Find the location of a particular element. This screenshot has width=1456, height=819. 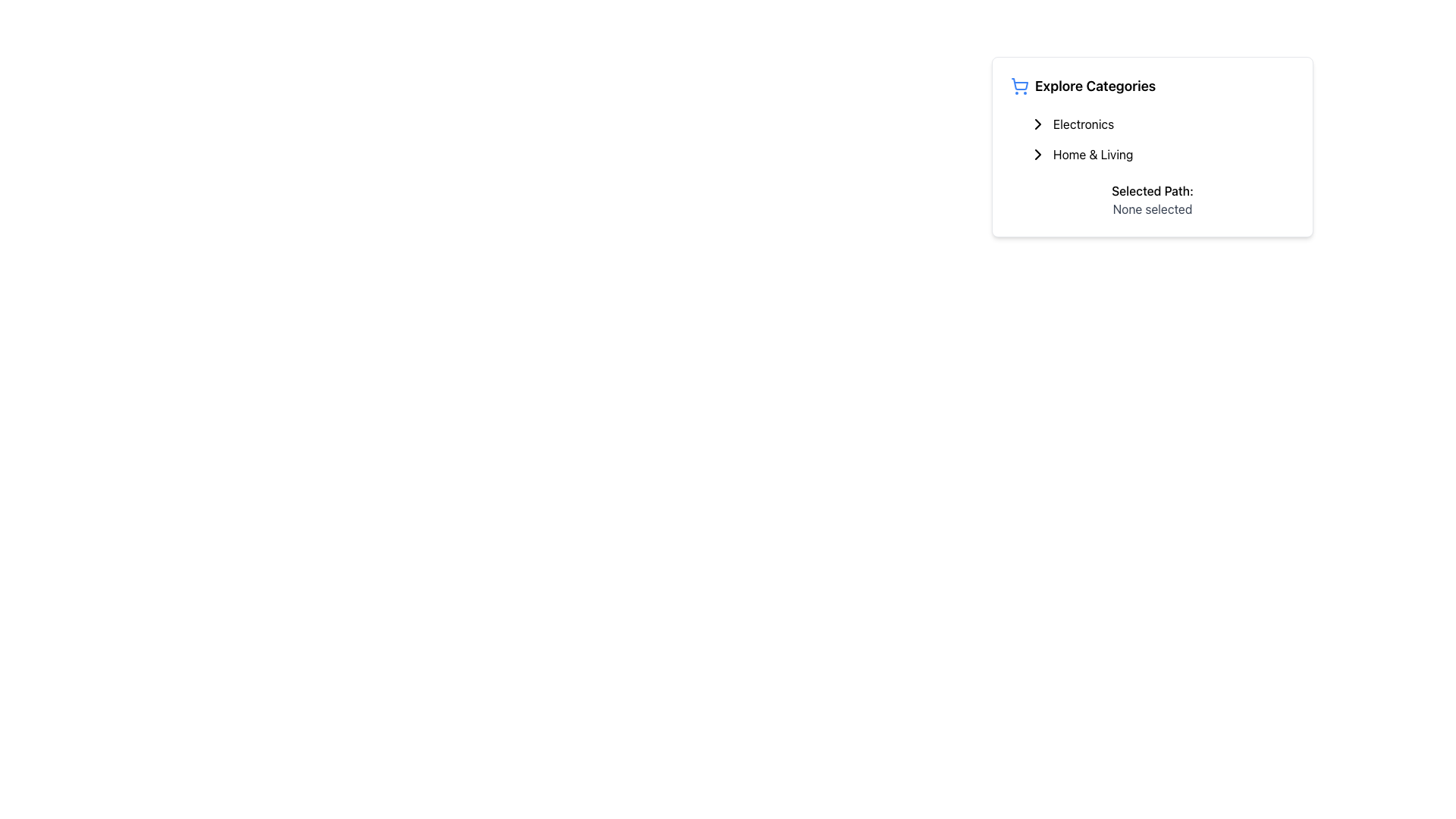

the text label 'Home & Living' in the list under 'Explore Categories' is located at coordinates (1093, 155).